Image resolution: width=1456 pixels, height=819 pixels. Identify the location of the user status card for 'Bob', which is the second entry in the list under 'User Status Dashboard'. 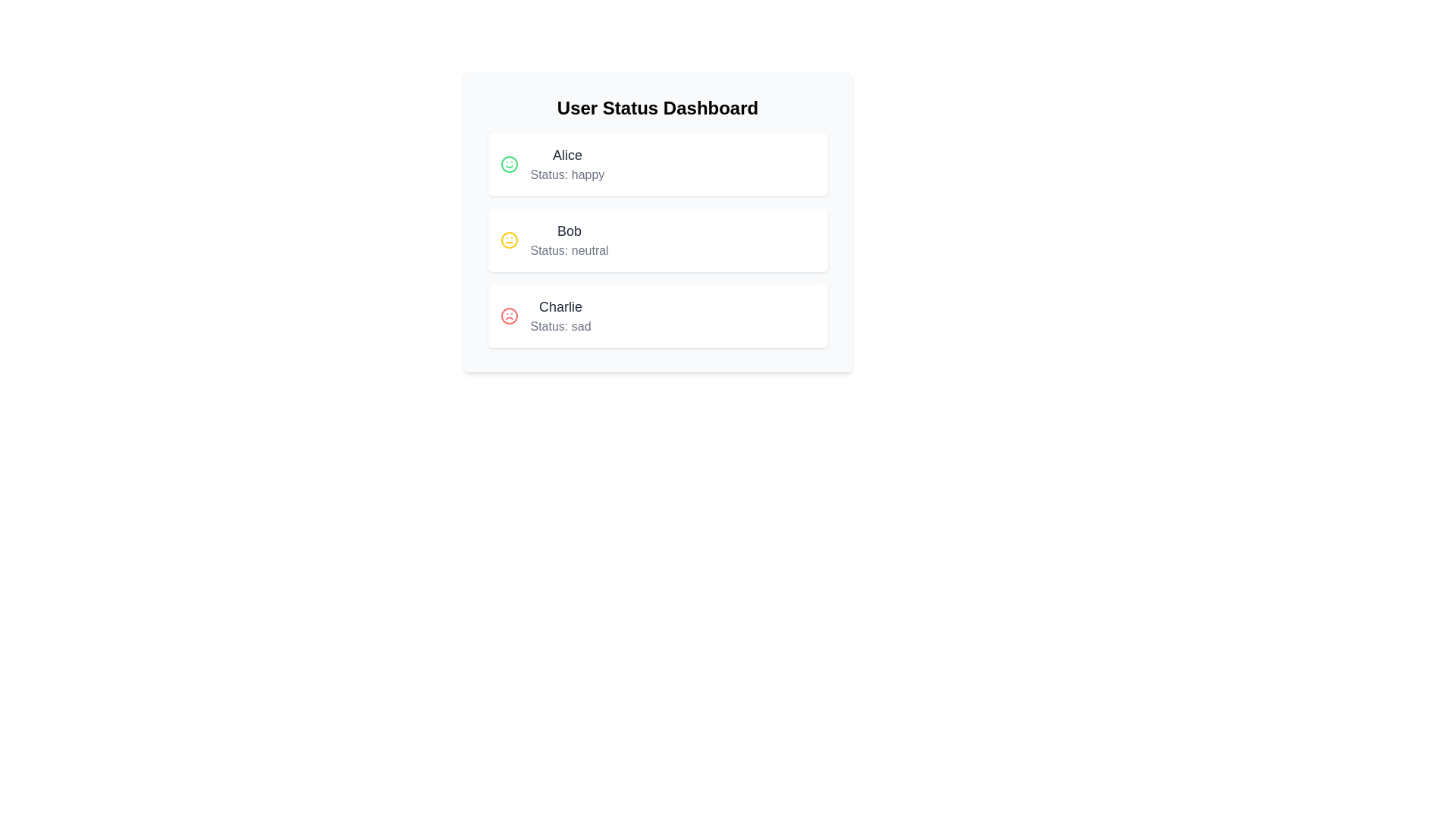
(657, 222).